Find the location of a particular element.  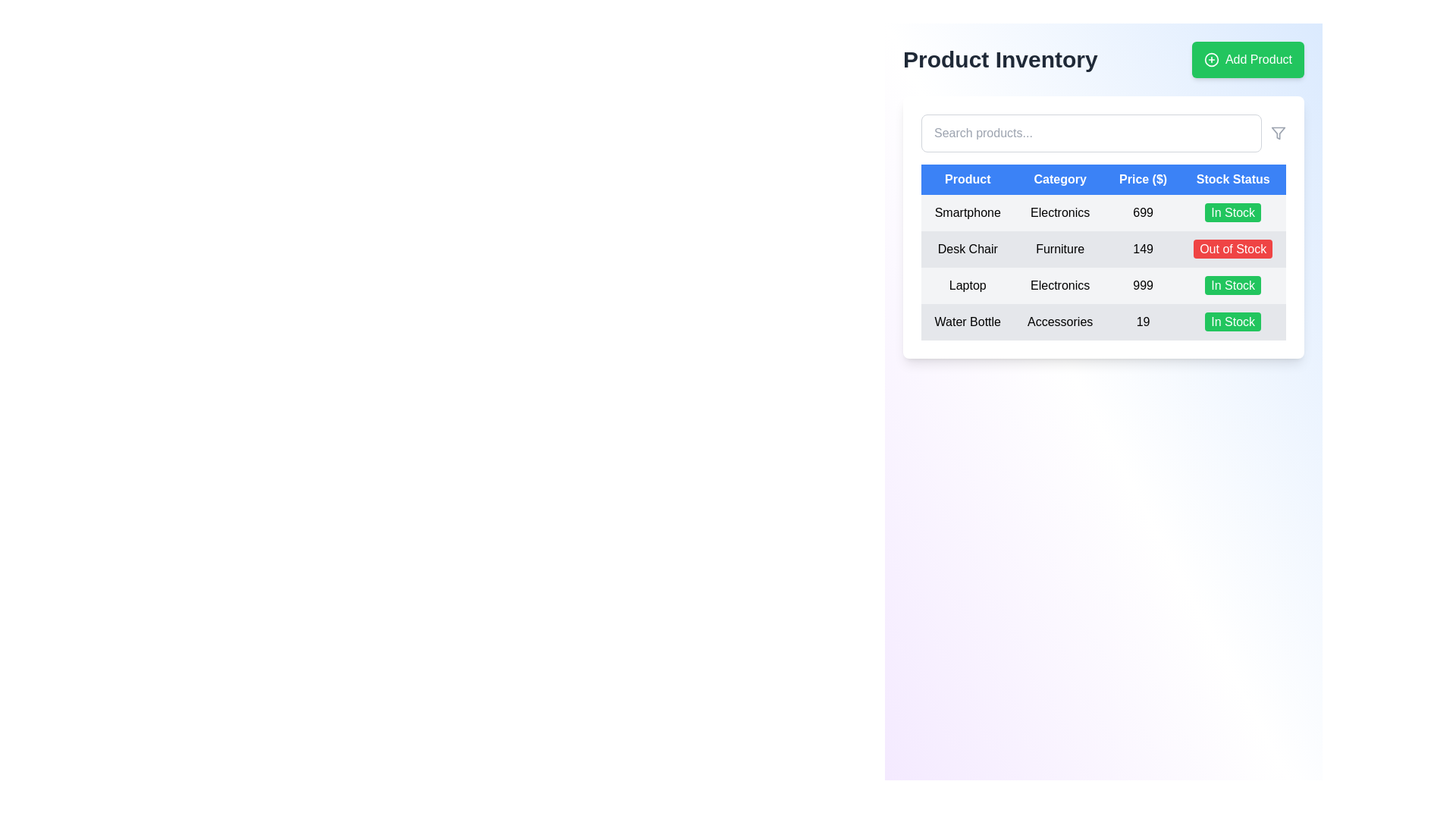

the fourth header cell of the table, which indicates the stock status of items listed below is located at coordinates (1233, 178).